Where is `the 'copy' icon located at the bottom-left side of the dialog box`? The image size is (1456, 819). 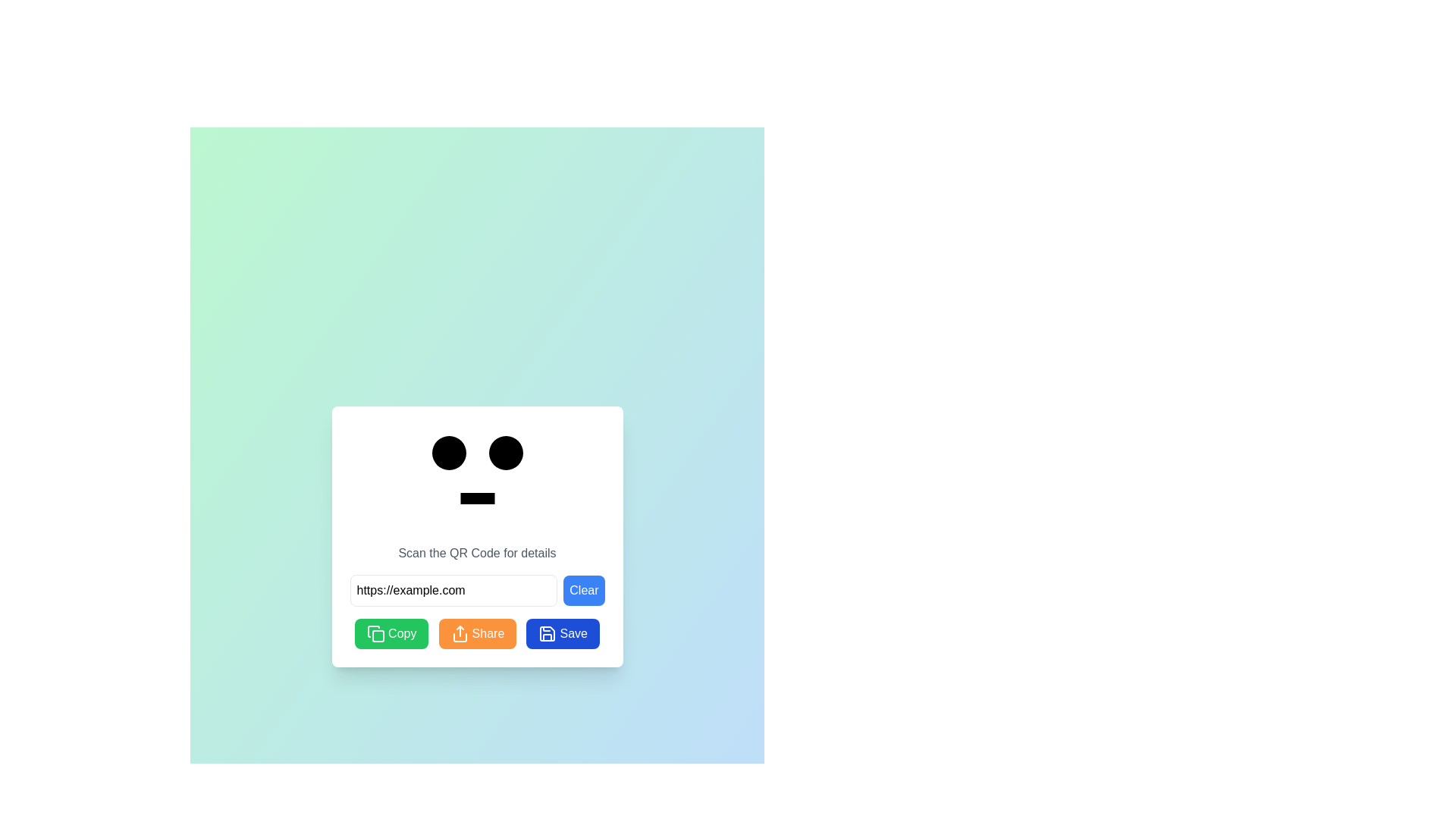
the 'copy' icon located at the bottom-left side of the dialog box is located at coordinates (374, 632).